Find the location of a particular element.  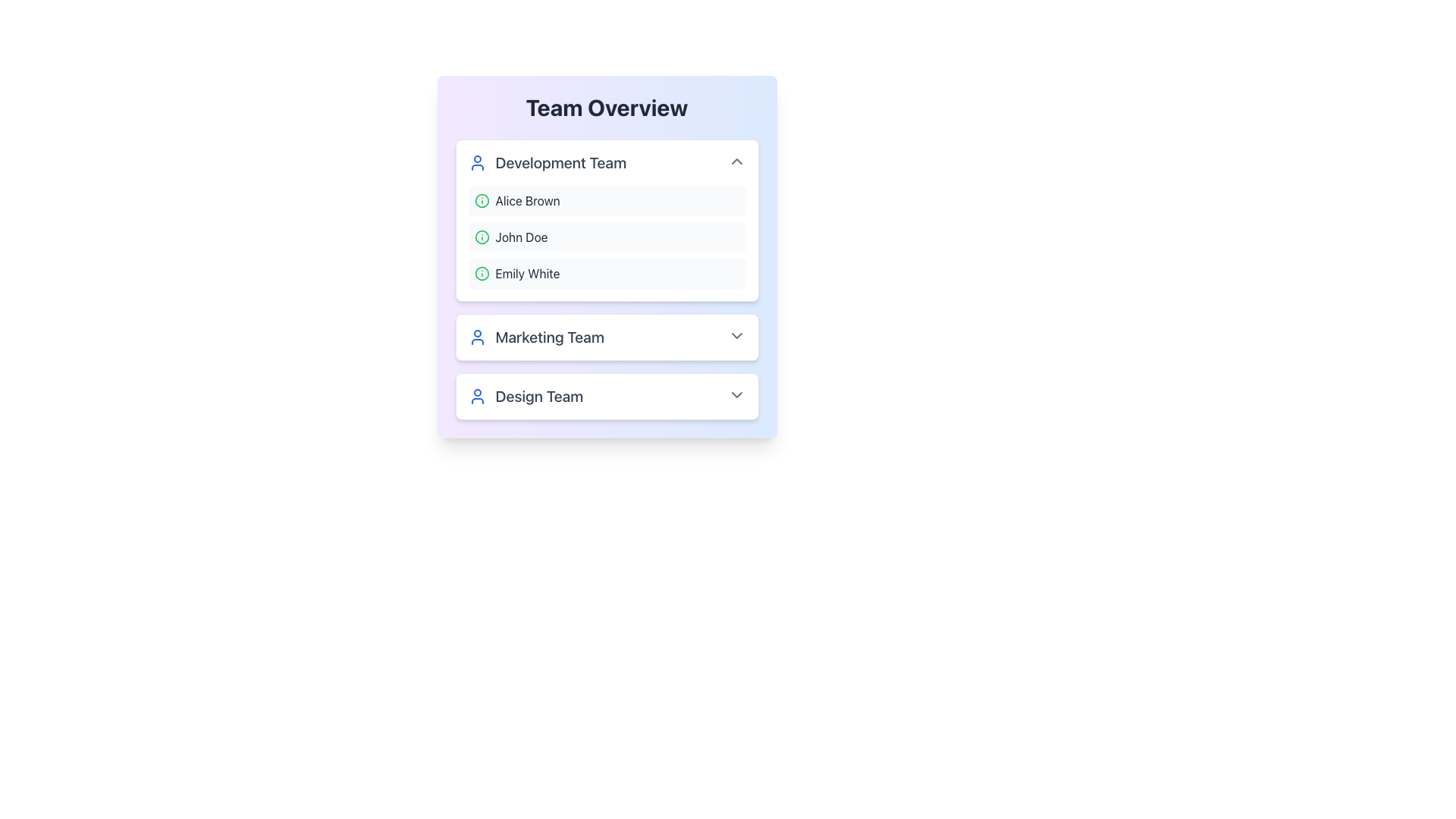

the informational/status indicator icon located under the 'Development Team' section, positioned to the left of 'Alice Brown' is located at coordinates (481, 200).